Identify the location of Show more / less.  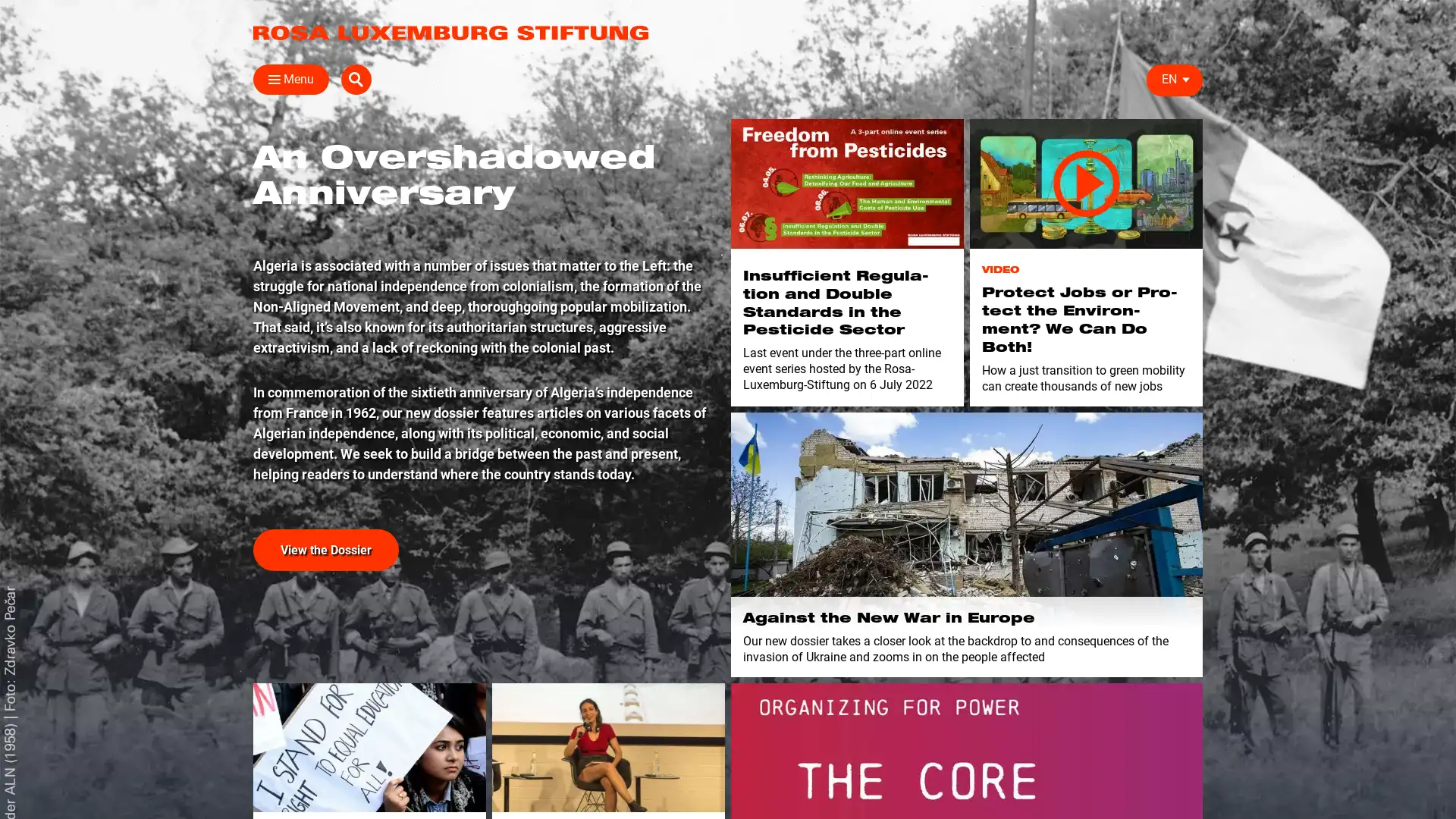
(246, 371).